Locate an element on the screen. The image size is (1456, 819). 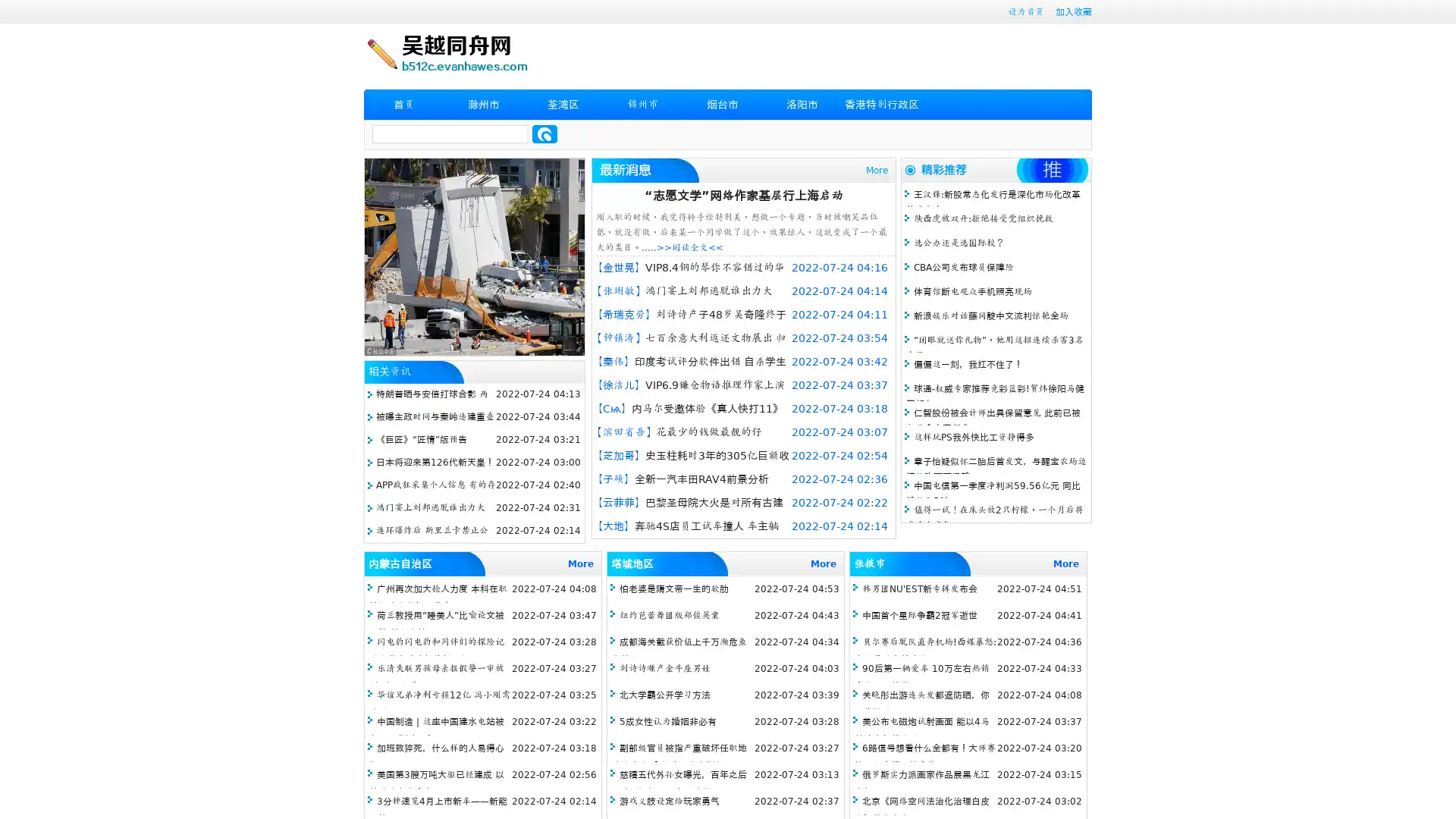
Search is located at coordinates (544, 133).